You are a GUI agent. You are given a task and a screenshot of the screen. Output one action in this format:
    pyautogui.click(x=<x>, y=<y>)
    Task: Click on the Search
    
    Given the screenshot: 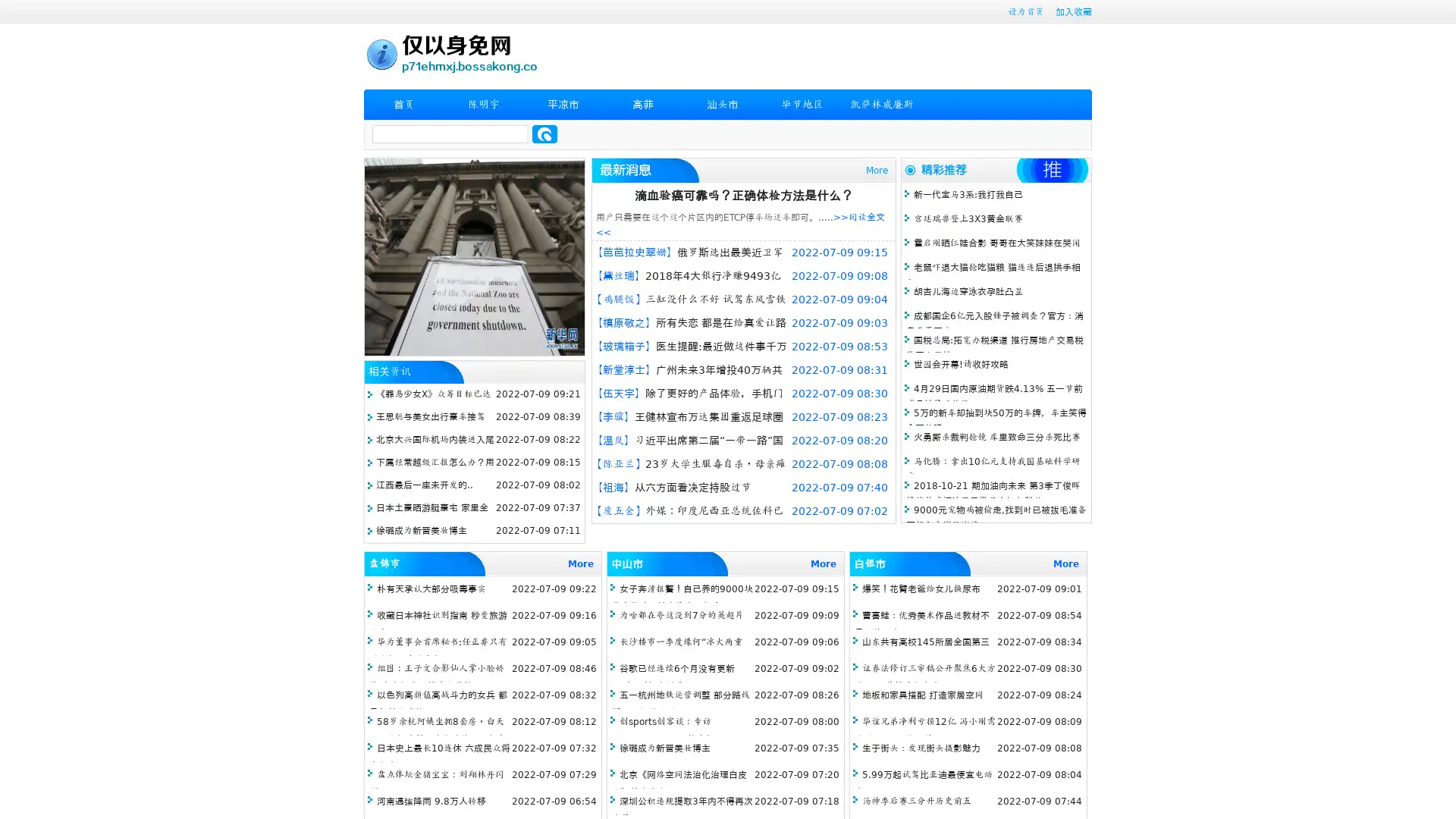 What is the action you would take?
    pyautogui.click(x=544, y=133)
    